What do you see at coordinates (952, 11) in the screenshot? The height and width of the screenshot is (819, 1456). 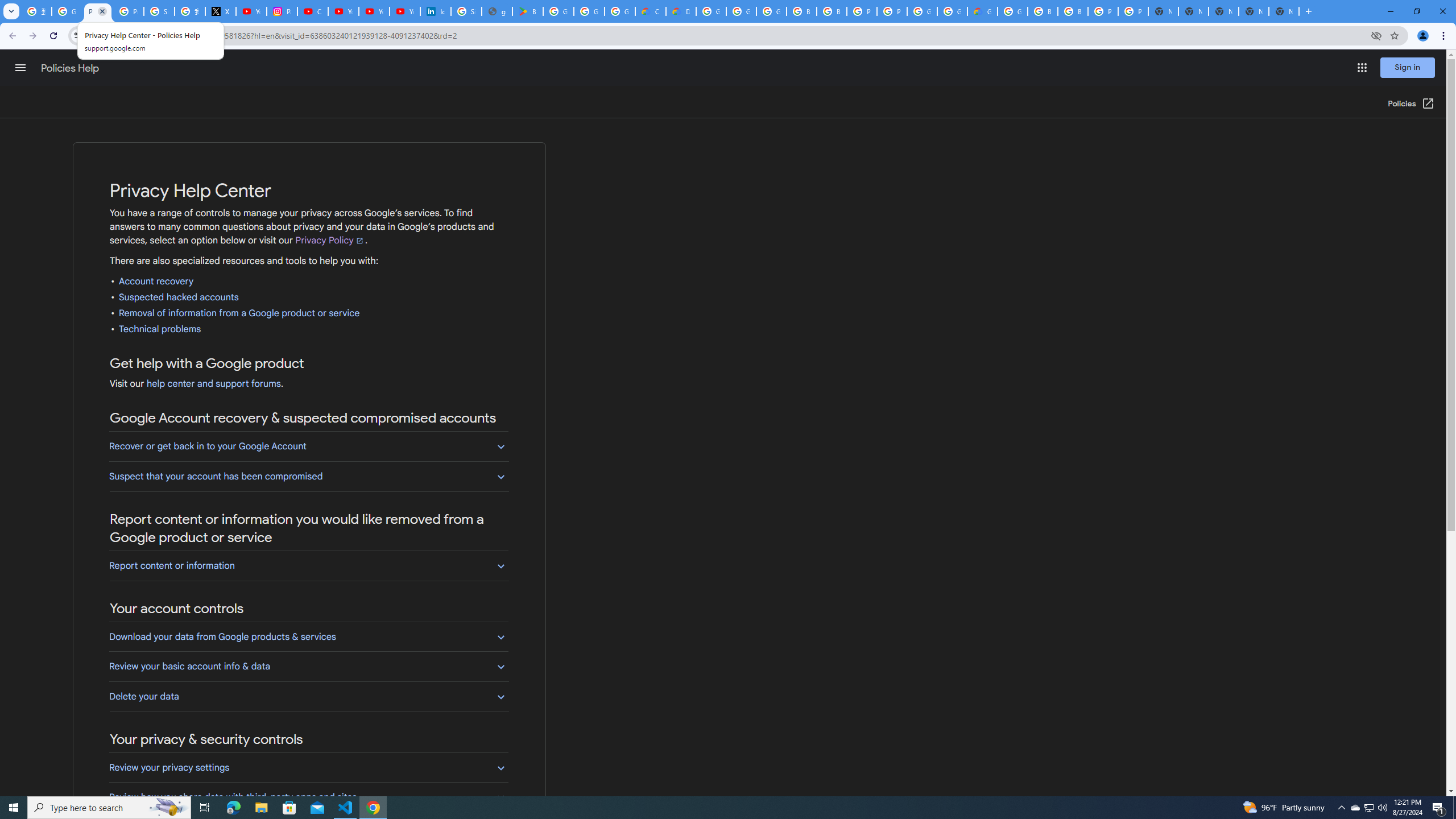 I see `'Google Cloud Platform'` at bounding box center [952, 11].